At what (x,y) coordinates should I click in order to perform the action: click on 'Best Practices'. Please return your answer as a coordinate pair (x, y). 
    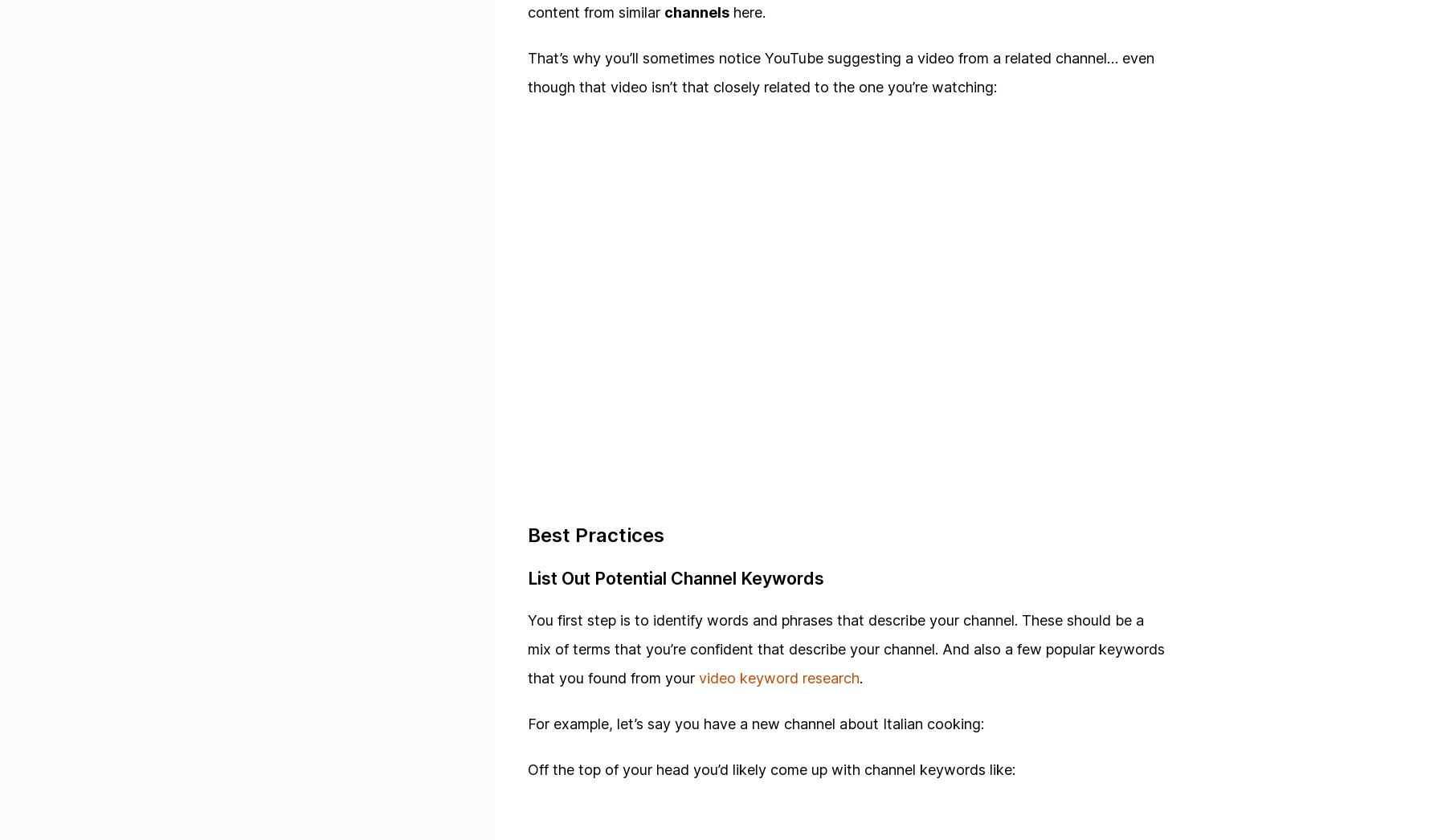
    Looking at the image, I should click on (594, 534).